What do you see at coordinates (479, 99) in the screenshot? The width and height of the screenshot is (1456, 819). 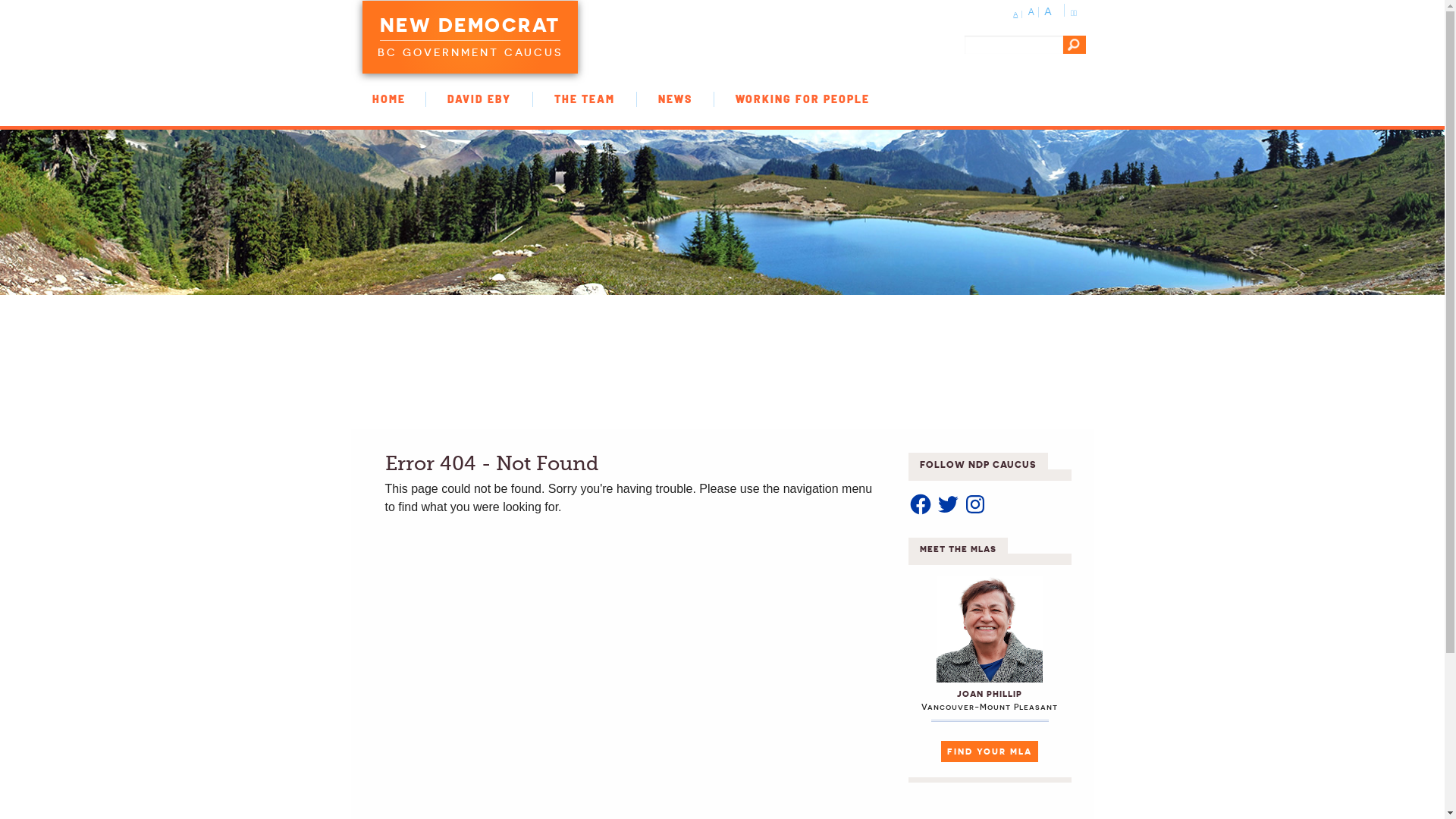 I see `'DAVID EBY'` at bounding box center [479, 99].